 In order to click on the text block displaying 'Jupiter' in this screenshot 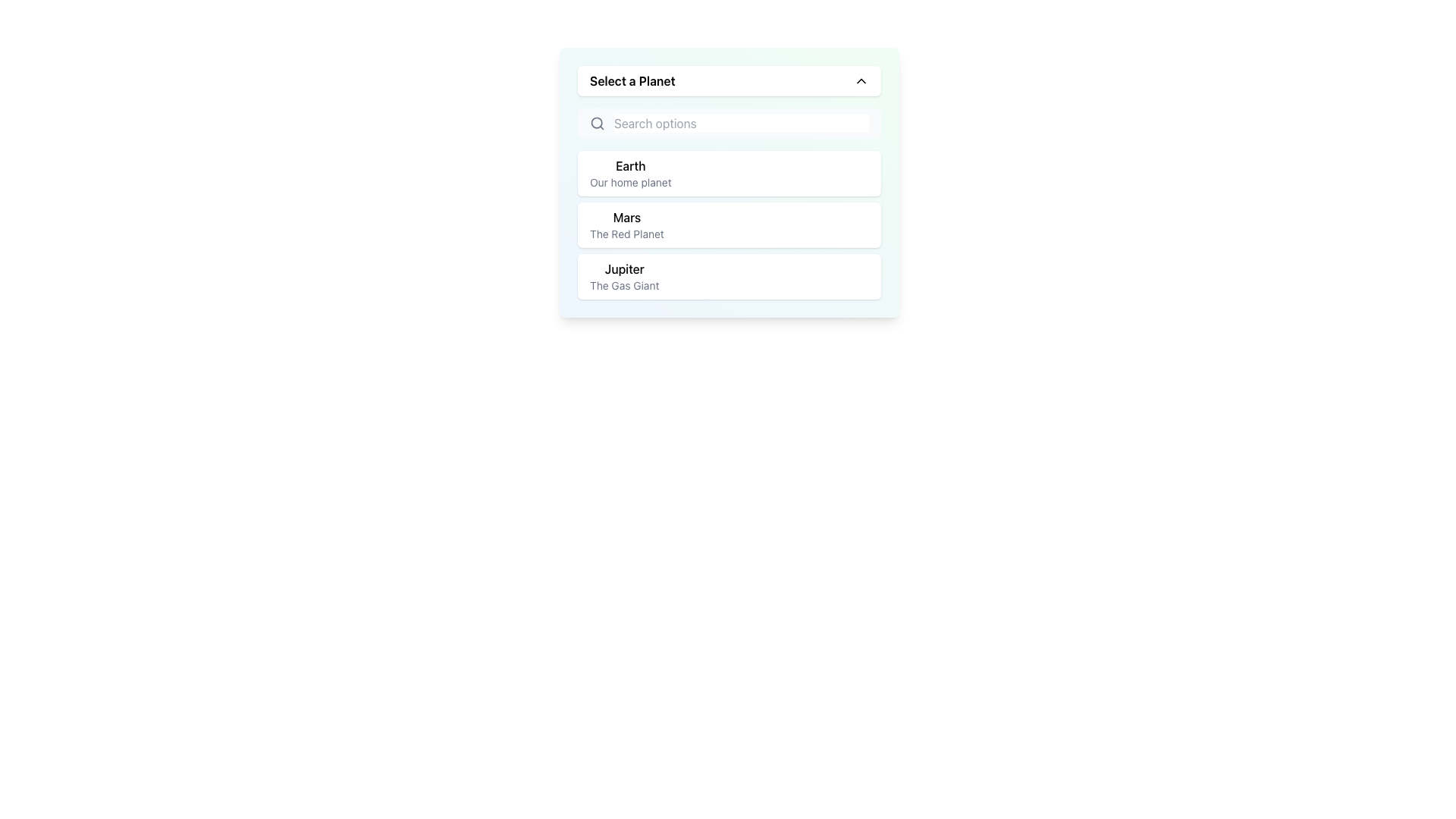, I will do `click(624, 277)`.